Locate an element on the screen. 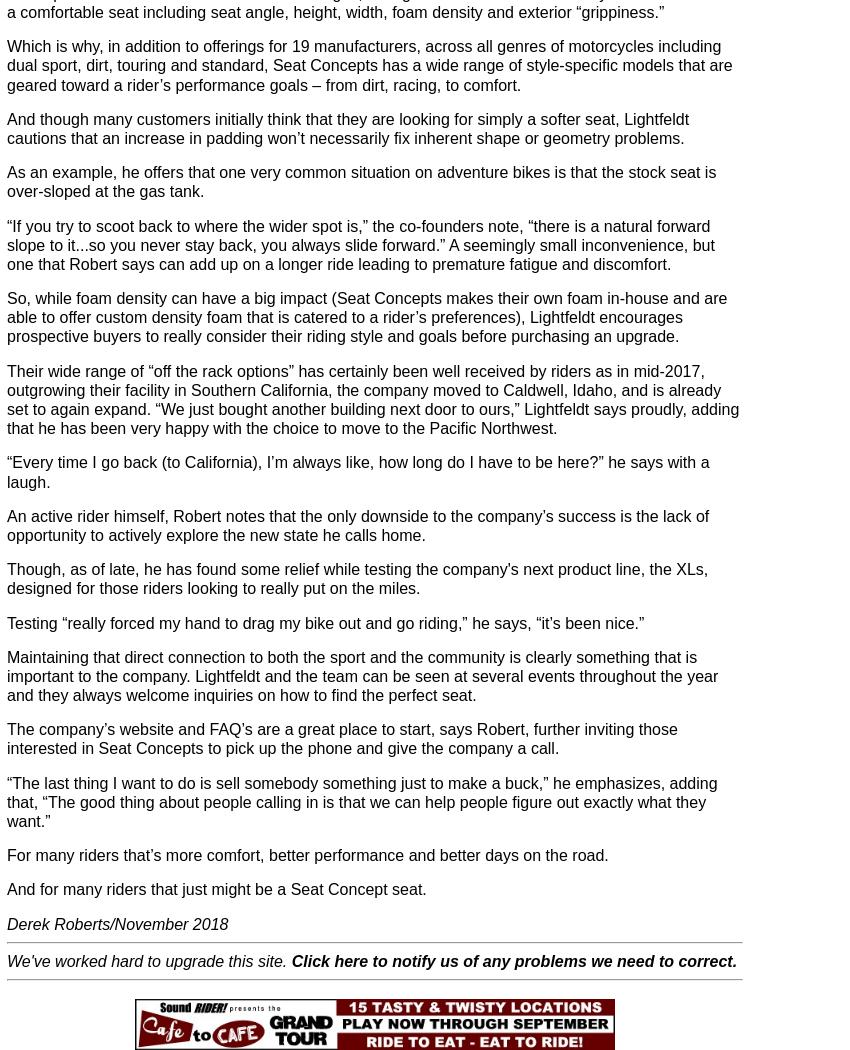 The width and height of the screenshot is (850, 1050). 'For many riders that’s more comfort, better performance and better days on
    the road.' is located at coordinates (5, 855).